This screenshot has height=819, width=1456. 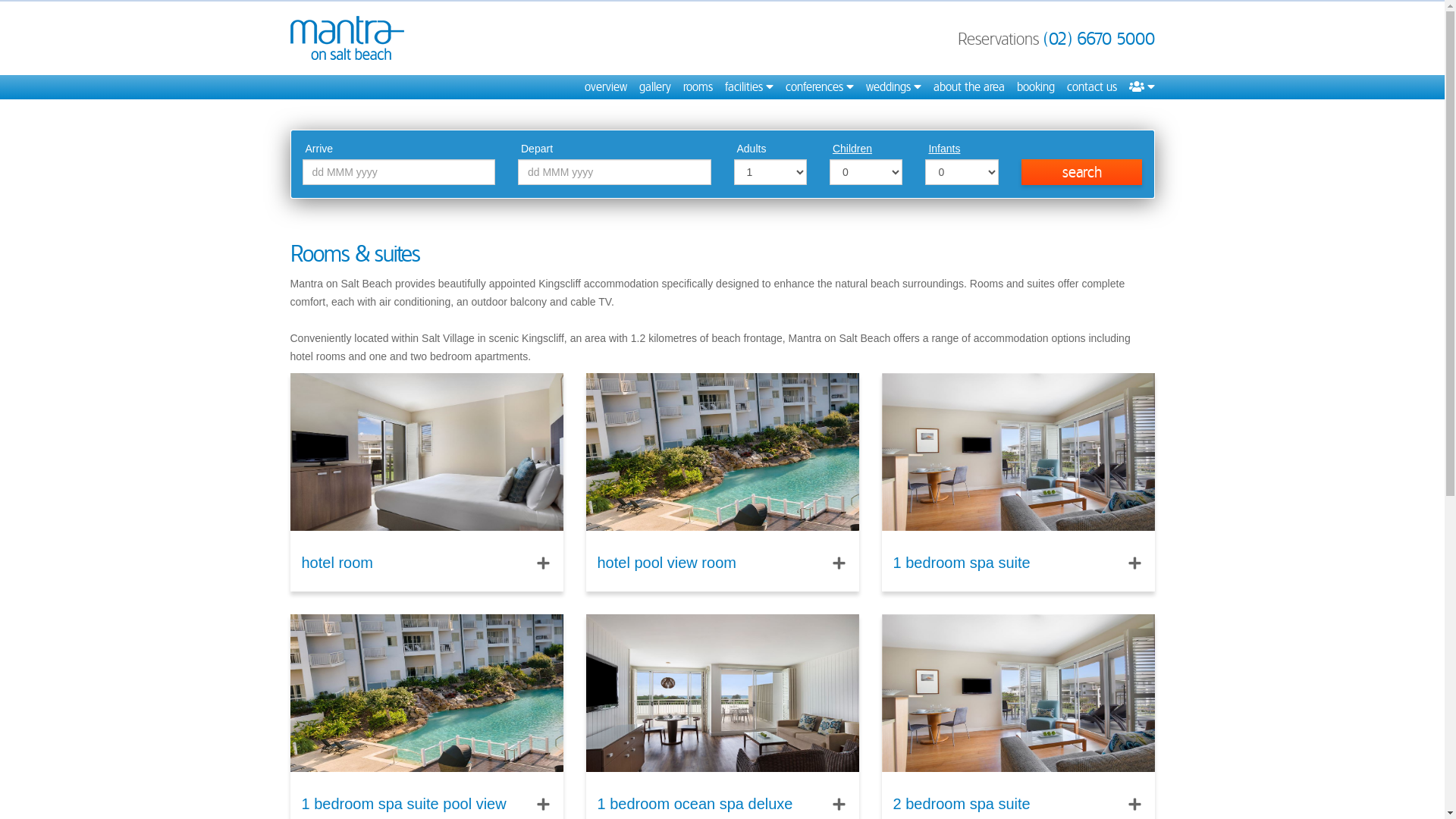 What do you see at coordinates (696, 87) in the screenshot?
I see `'rooms'` at bounding box center [696, 87].